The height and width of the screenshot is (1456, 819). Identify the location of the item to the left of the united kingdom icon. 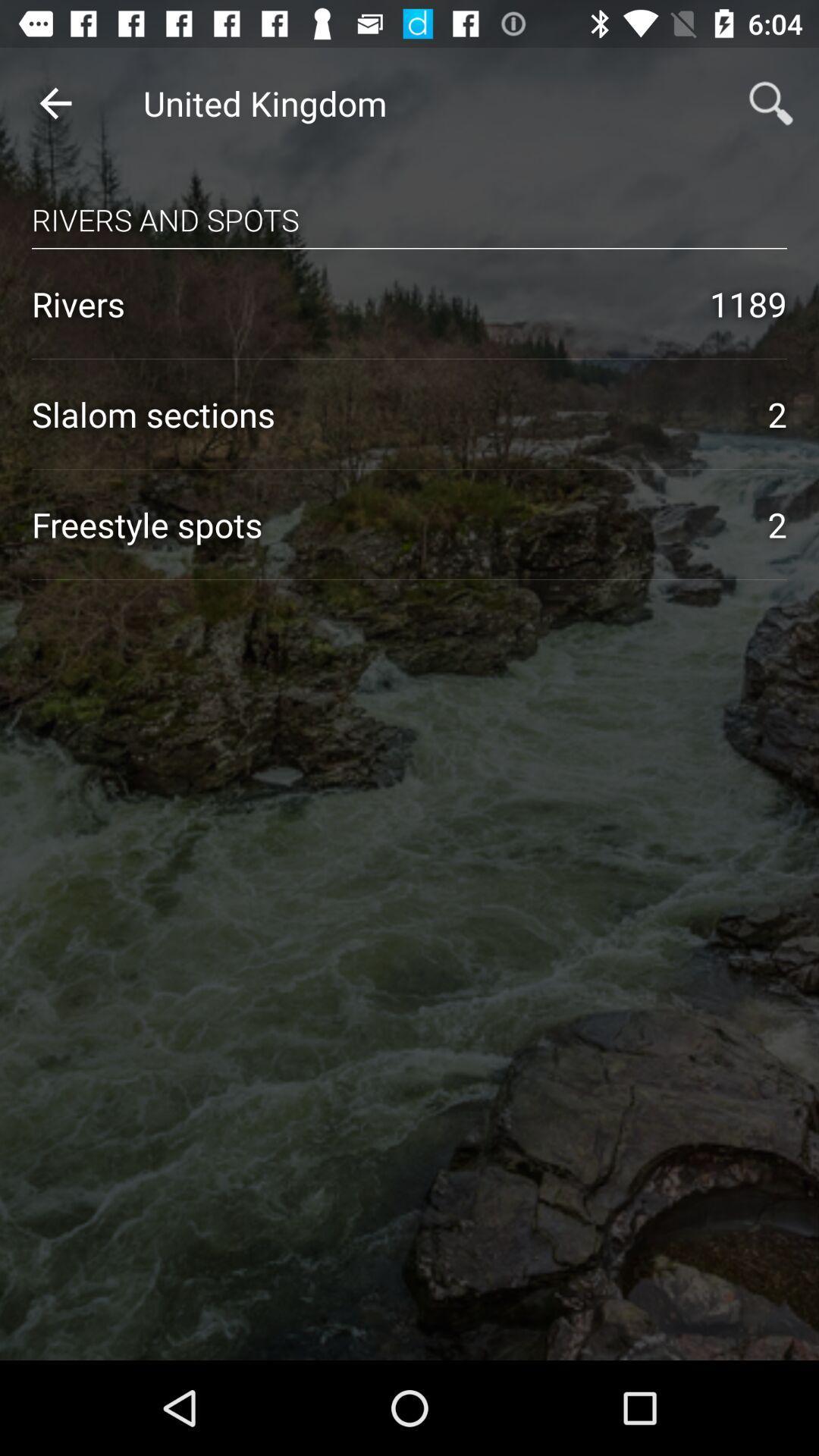
(55, 102).